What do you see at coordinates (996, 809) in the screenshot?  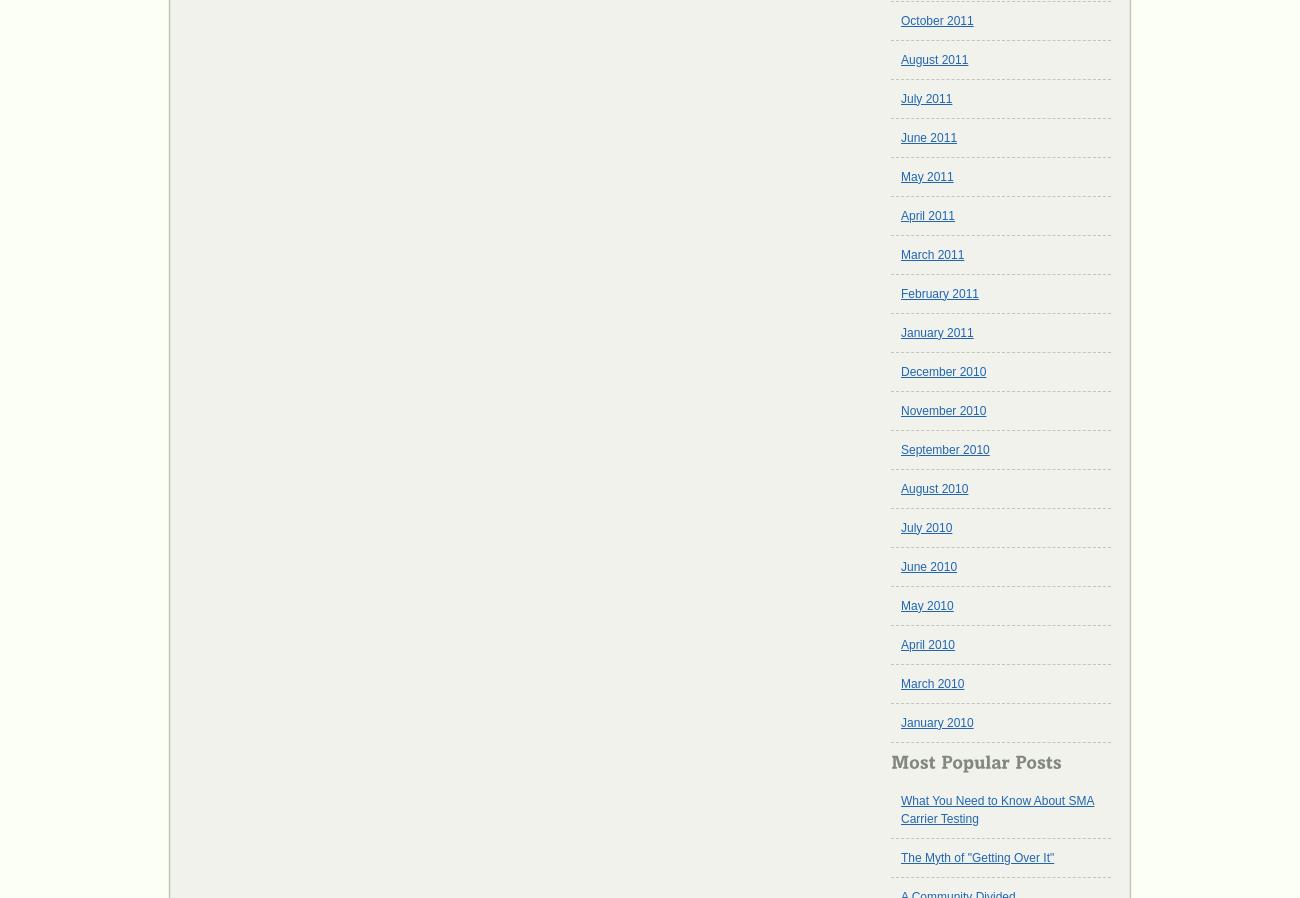 I see `'What You Need to Know About SMA Carrier Testing'` at bounding box center [996, 809].